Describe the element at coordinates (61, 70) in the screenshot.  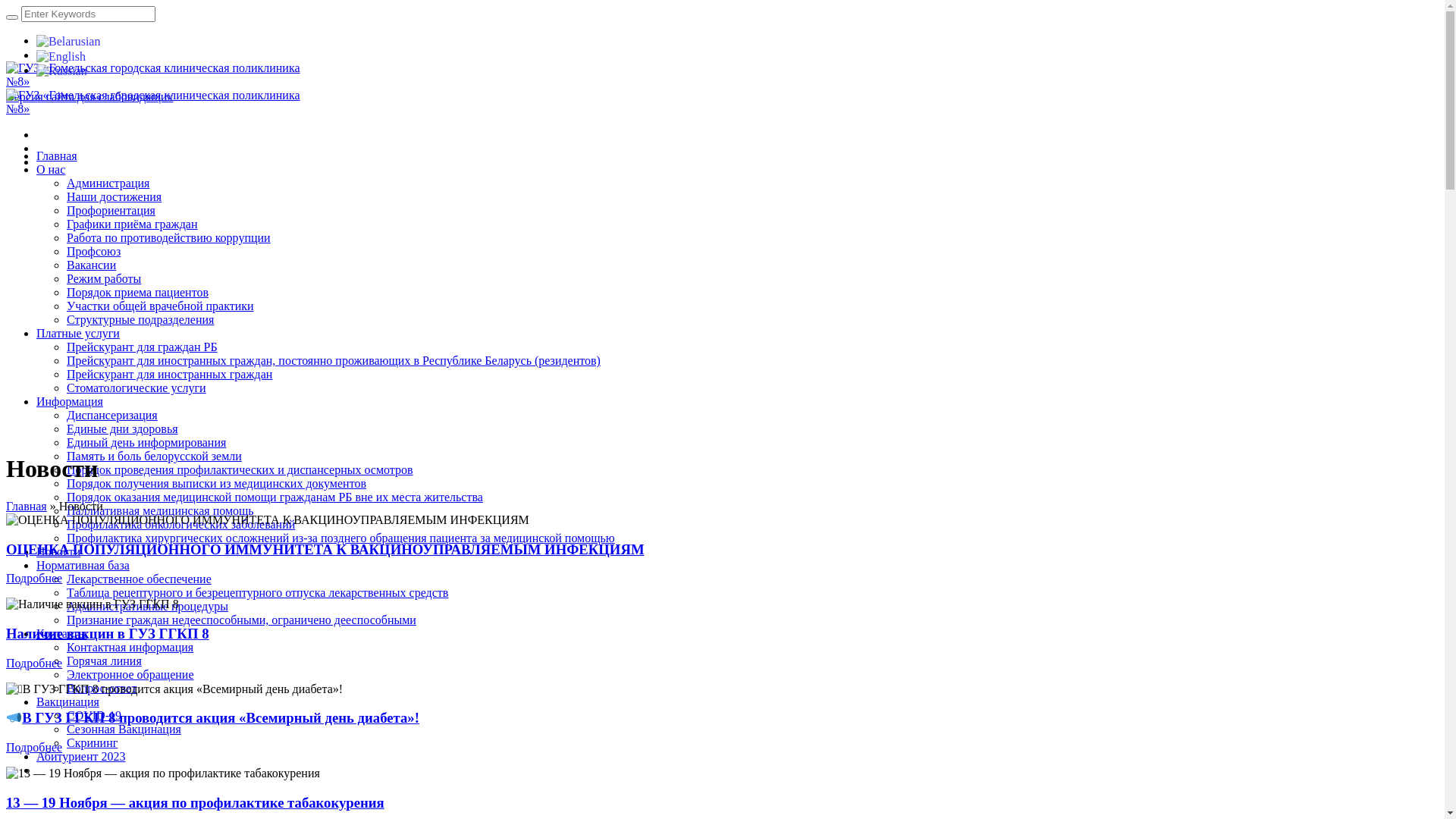
I see `'Russian'` at that location.